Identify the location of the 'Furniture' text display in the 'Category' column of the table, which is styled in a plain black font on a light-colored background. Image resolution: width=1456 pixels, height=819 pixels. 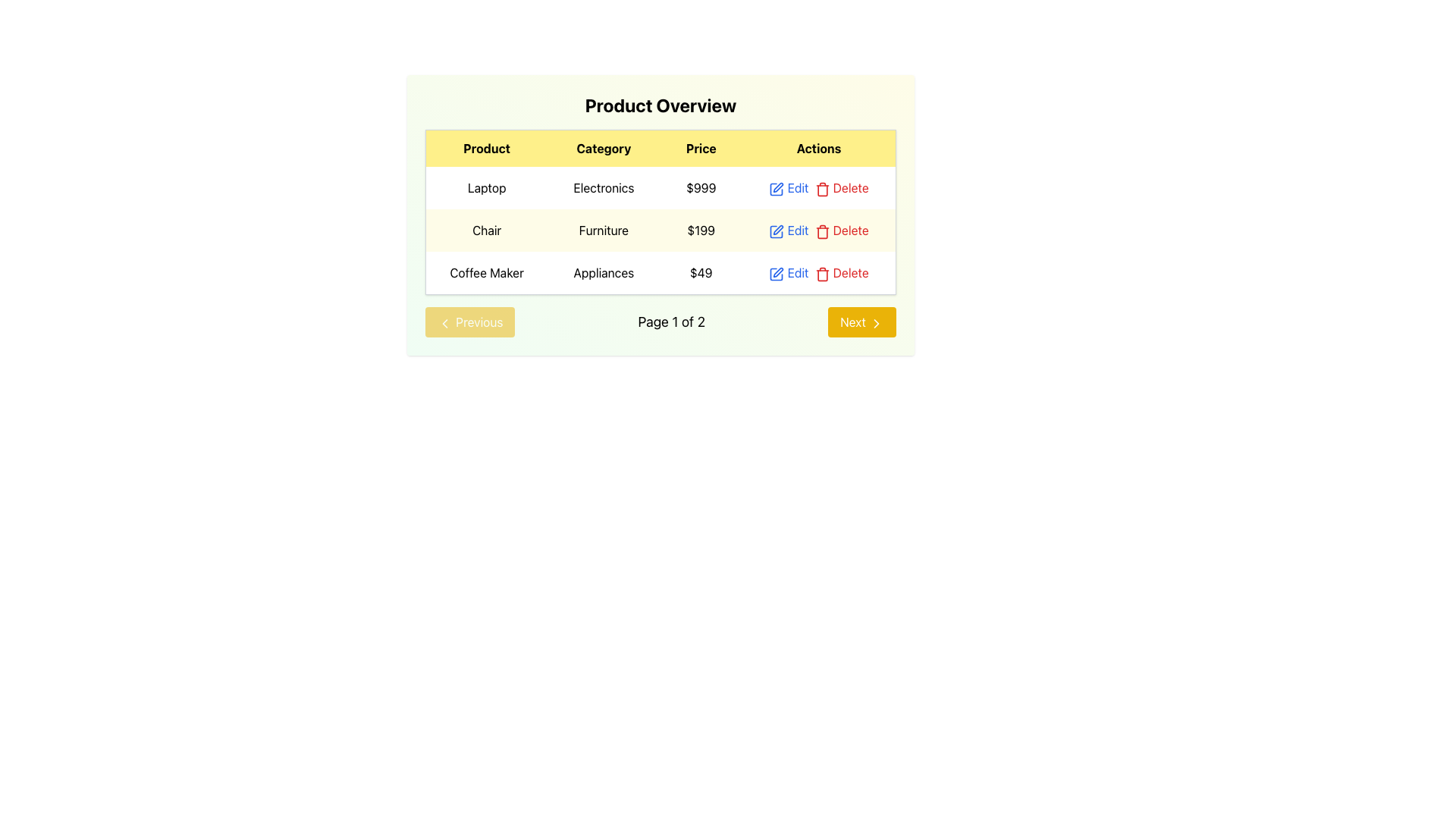
(603, 231).